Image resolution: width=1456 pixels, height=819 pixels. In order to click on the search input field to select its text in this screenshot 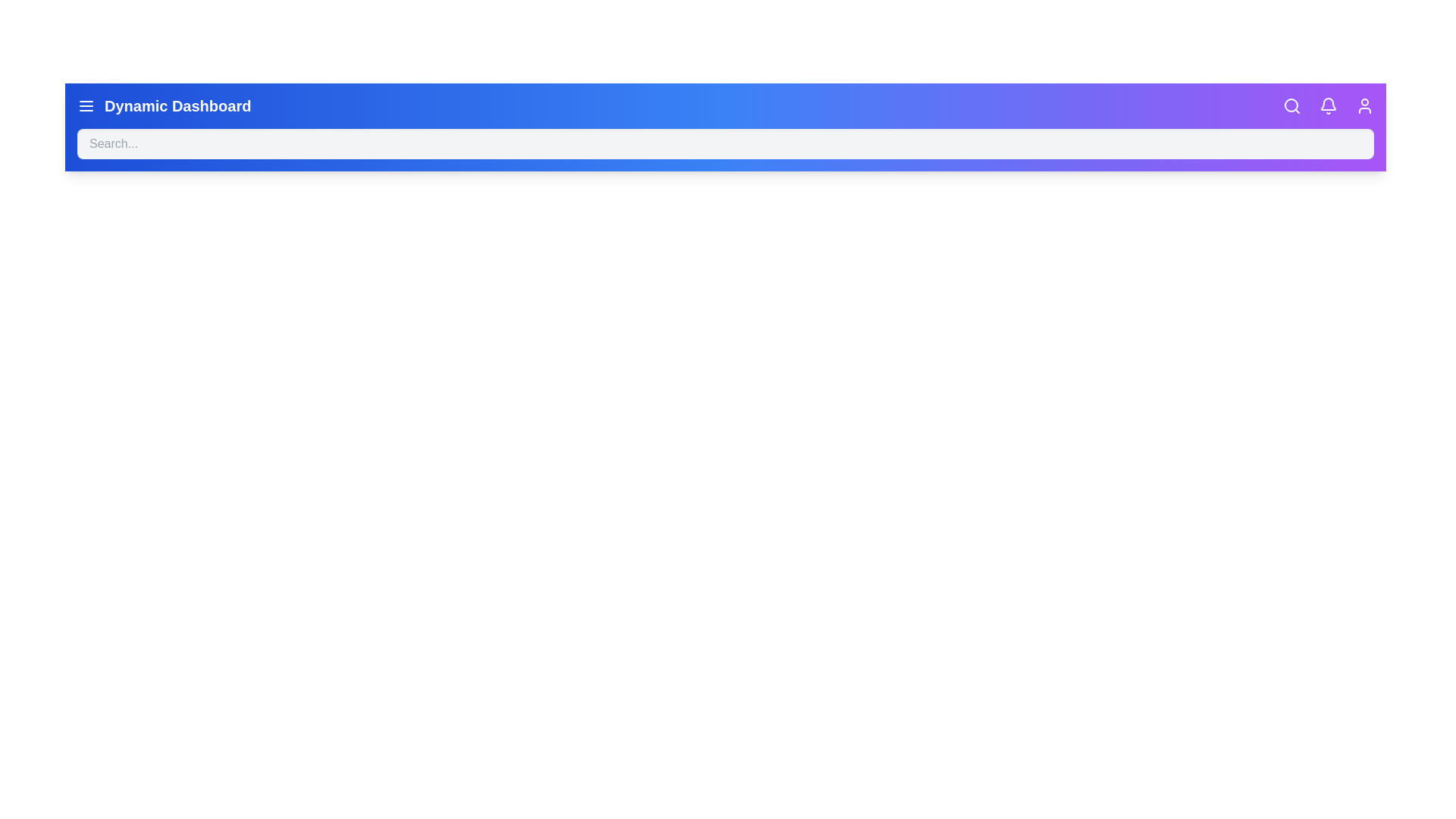, I will do `click(724, 143)`.